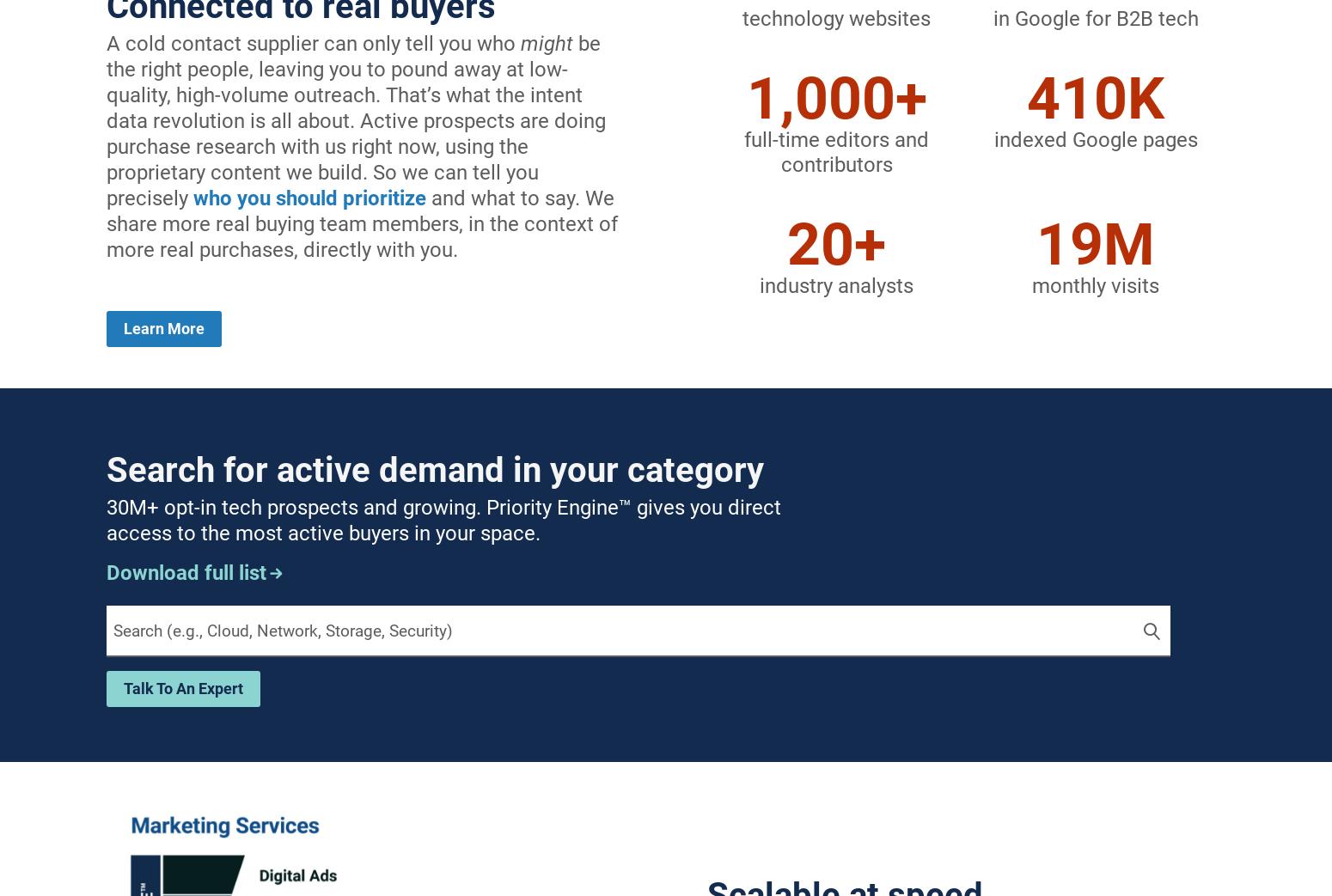 Image resolution: width=1332 pixels, height=896 pixels. What do you see at coordinates (182, 687) in the screenshot?
I see `'talk to an expert'` at bounding box center [182, 687].